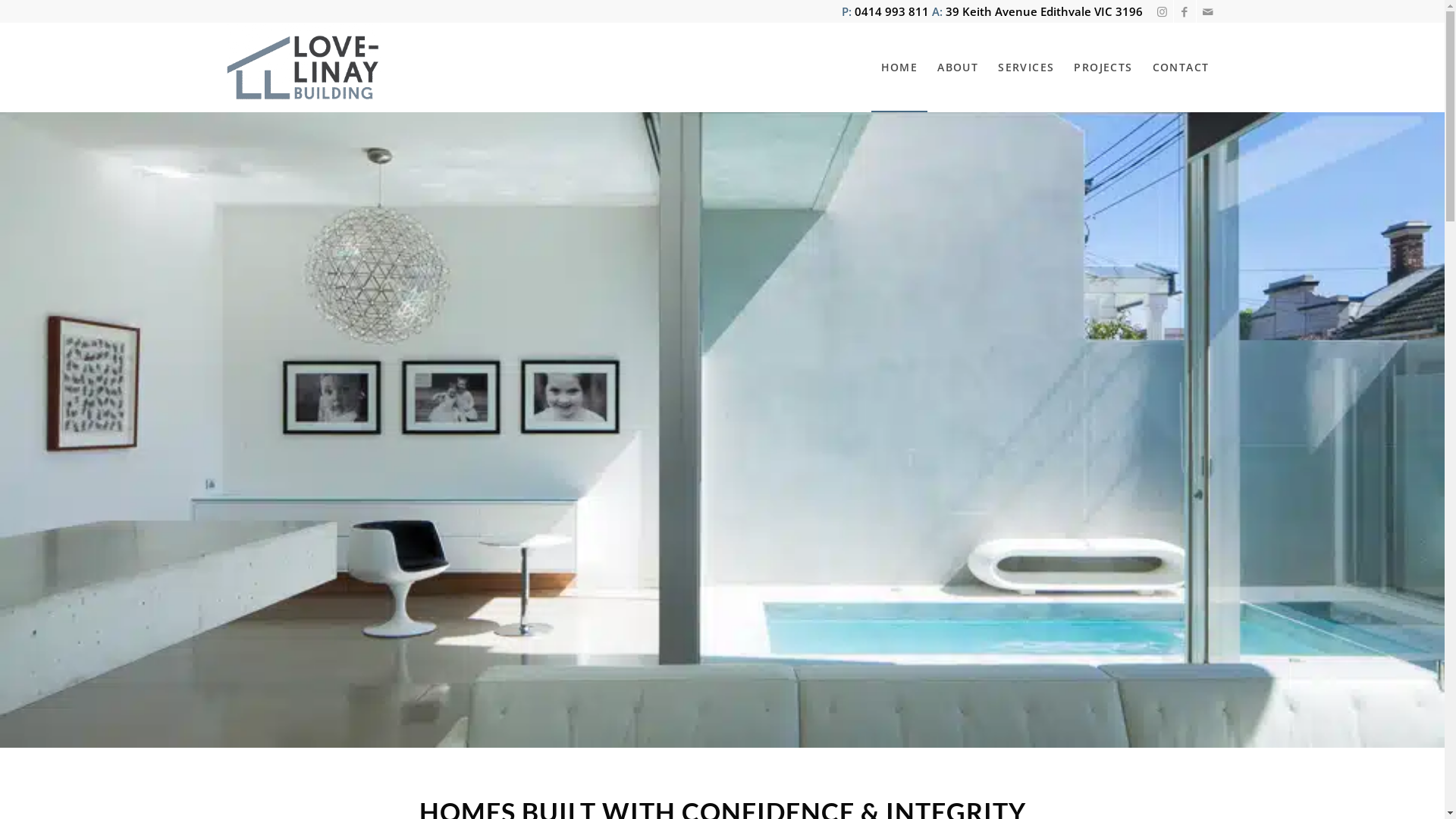 The width and height of the screenshot is (1456, 819). Describe the element at coordinates (1150, 11) in the screenshot. I see `'Instagram'` at that location.